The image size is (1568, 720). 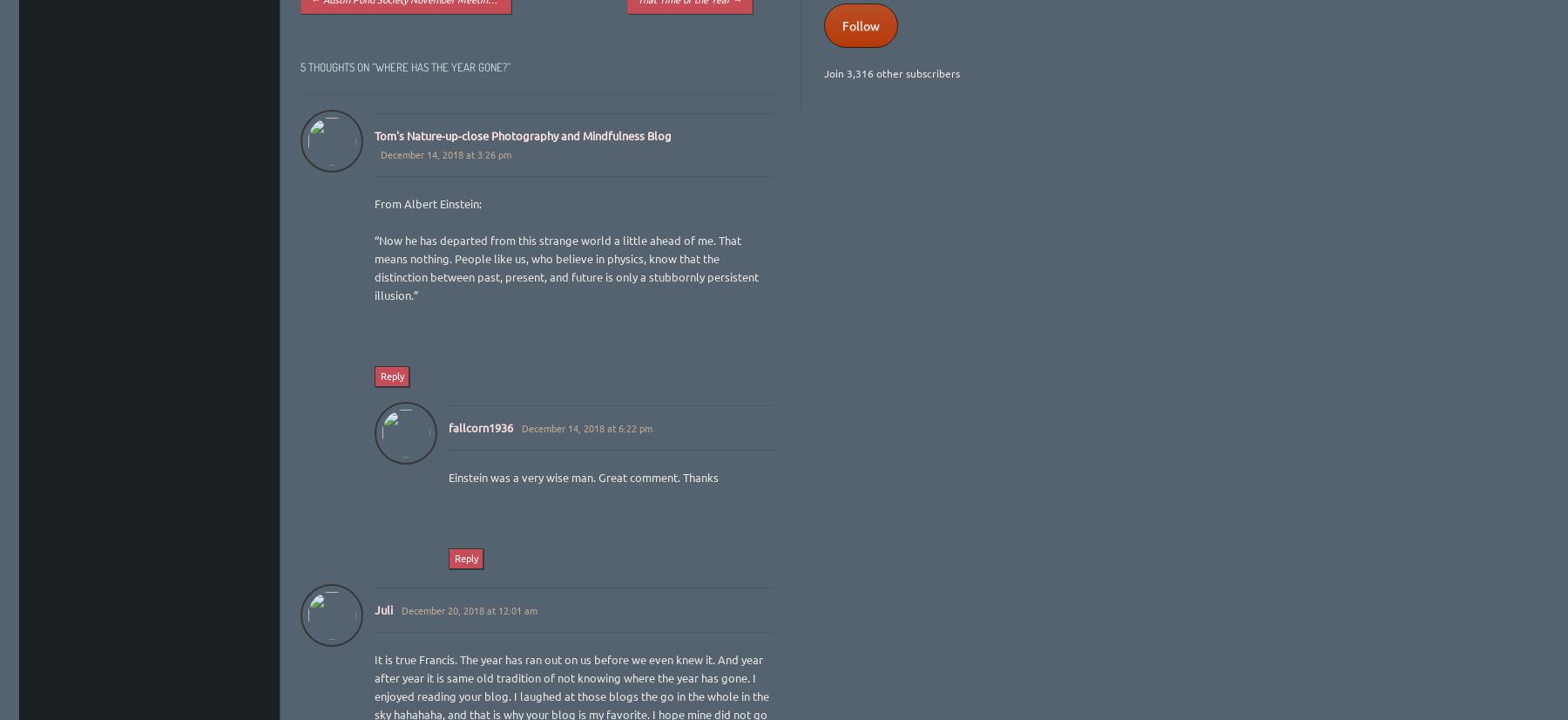 What do you see at coordinates (447, 426) in the screenshot?
I see `'fallcorn1936'` at bounding box center [447, 426].